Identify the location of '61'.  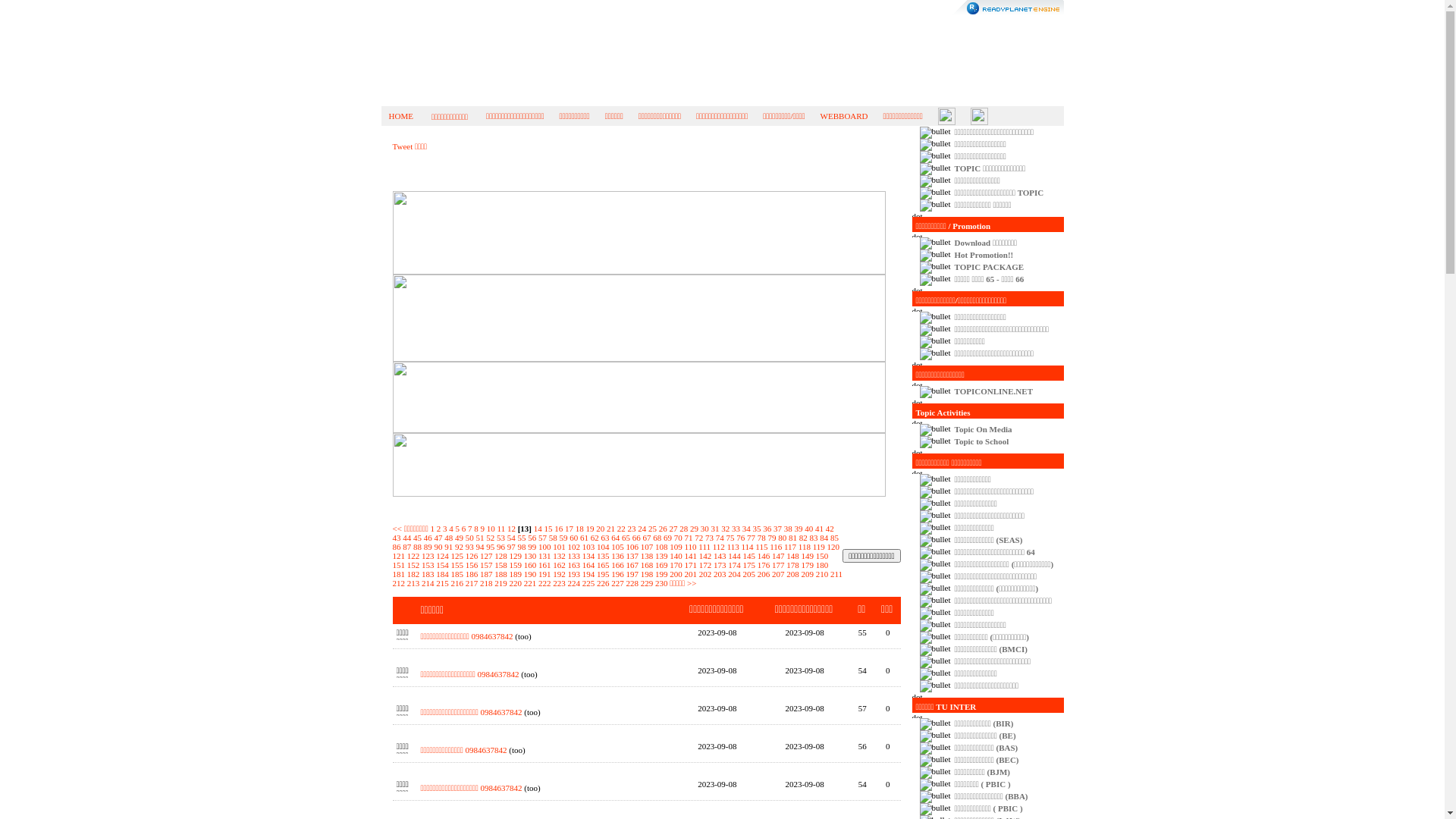
(579, 537).